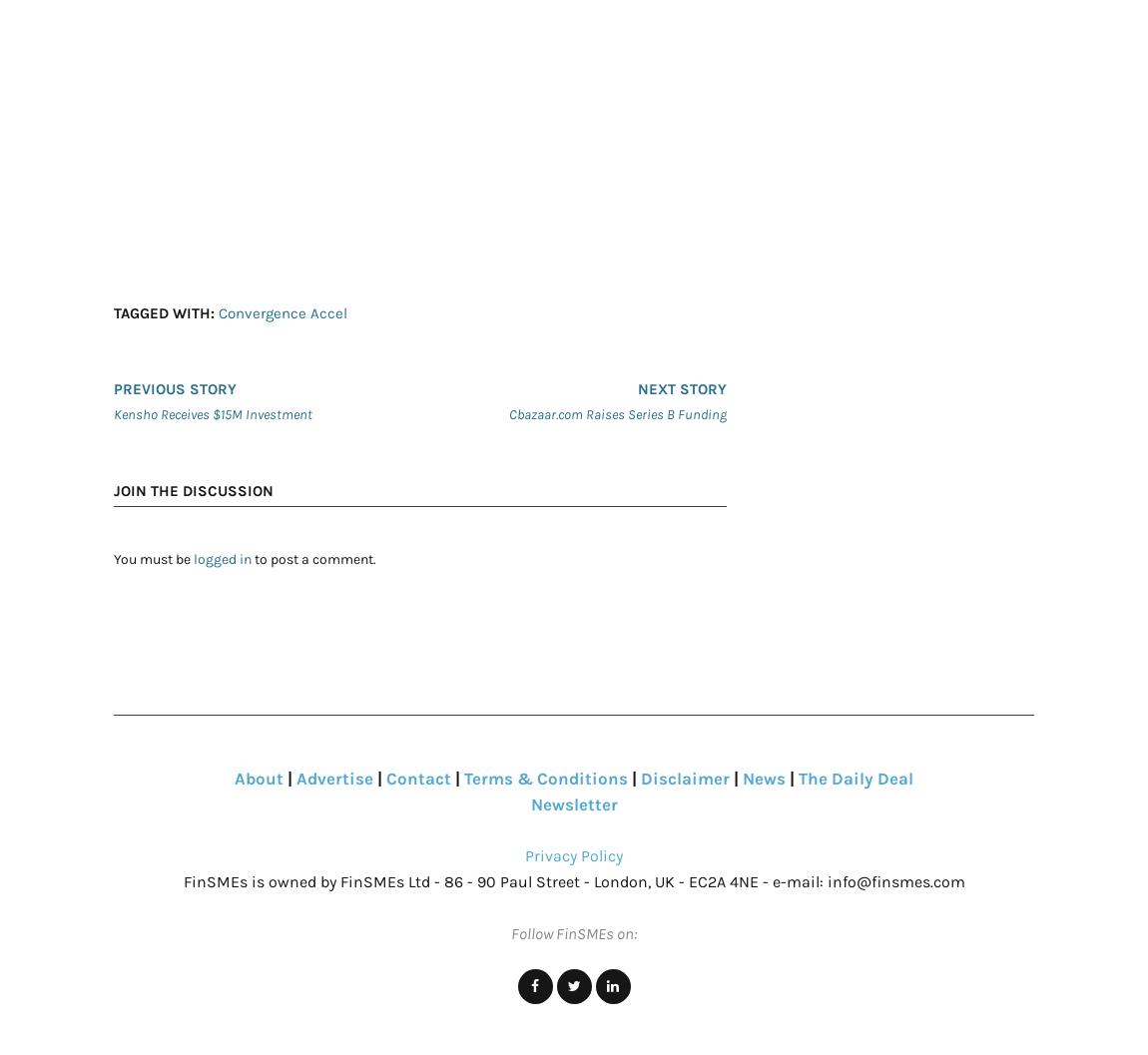  I want to click on 'Contact', so click(418, 778).